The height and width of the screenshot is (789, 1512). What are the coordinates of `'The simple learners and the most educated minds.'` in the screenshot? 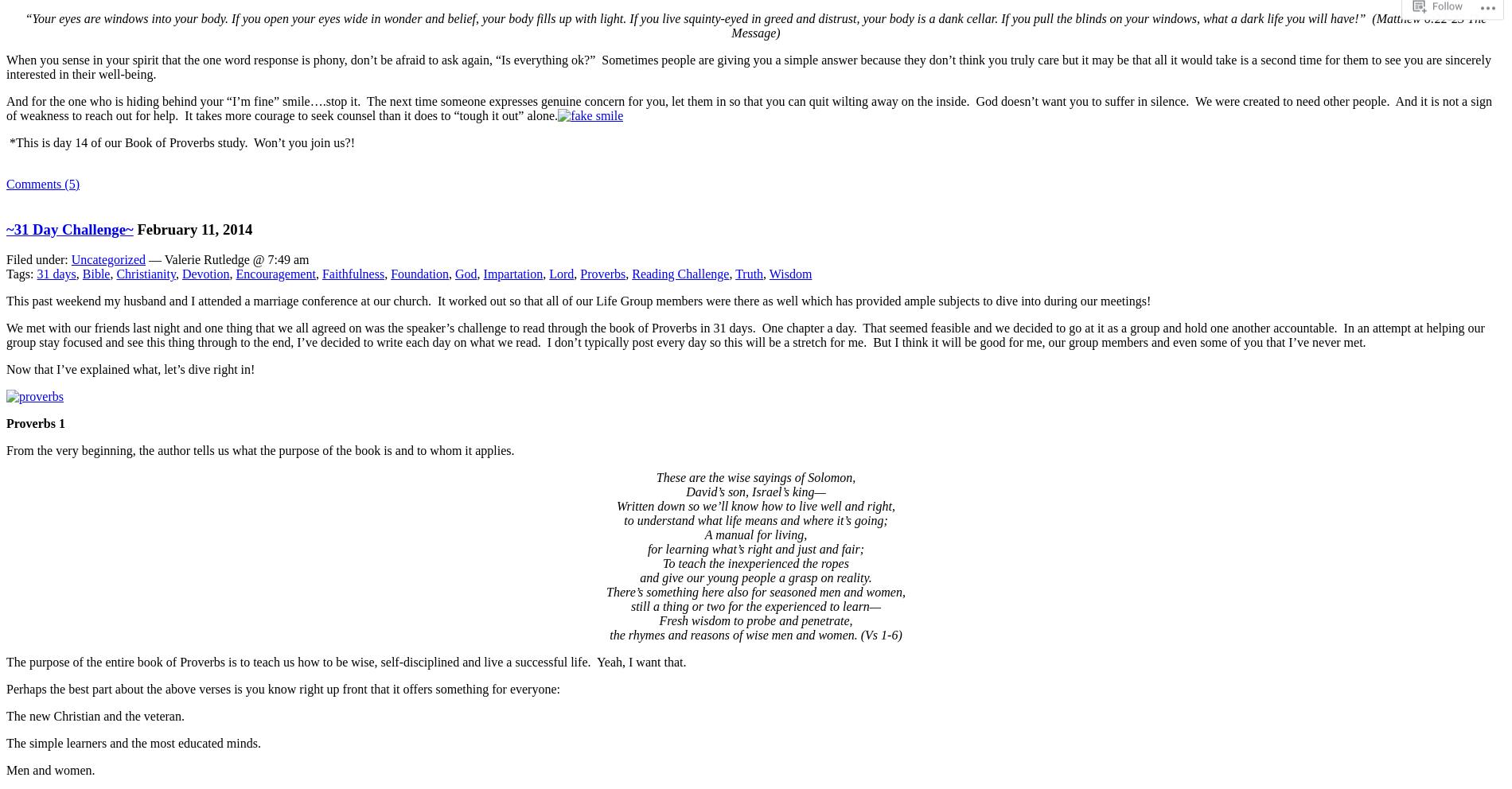 It's located at (133, 742).